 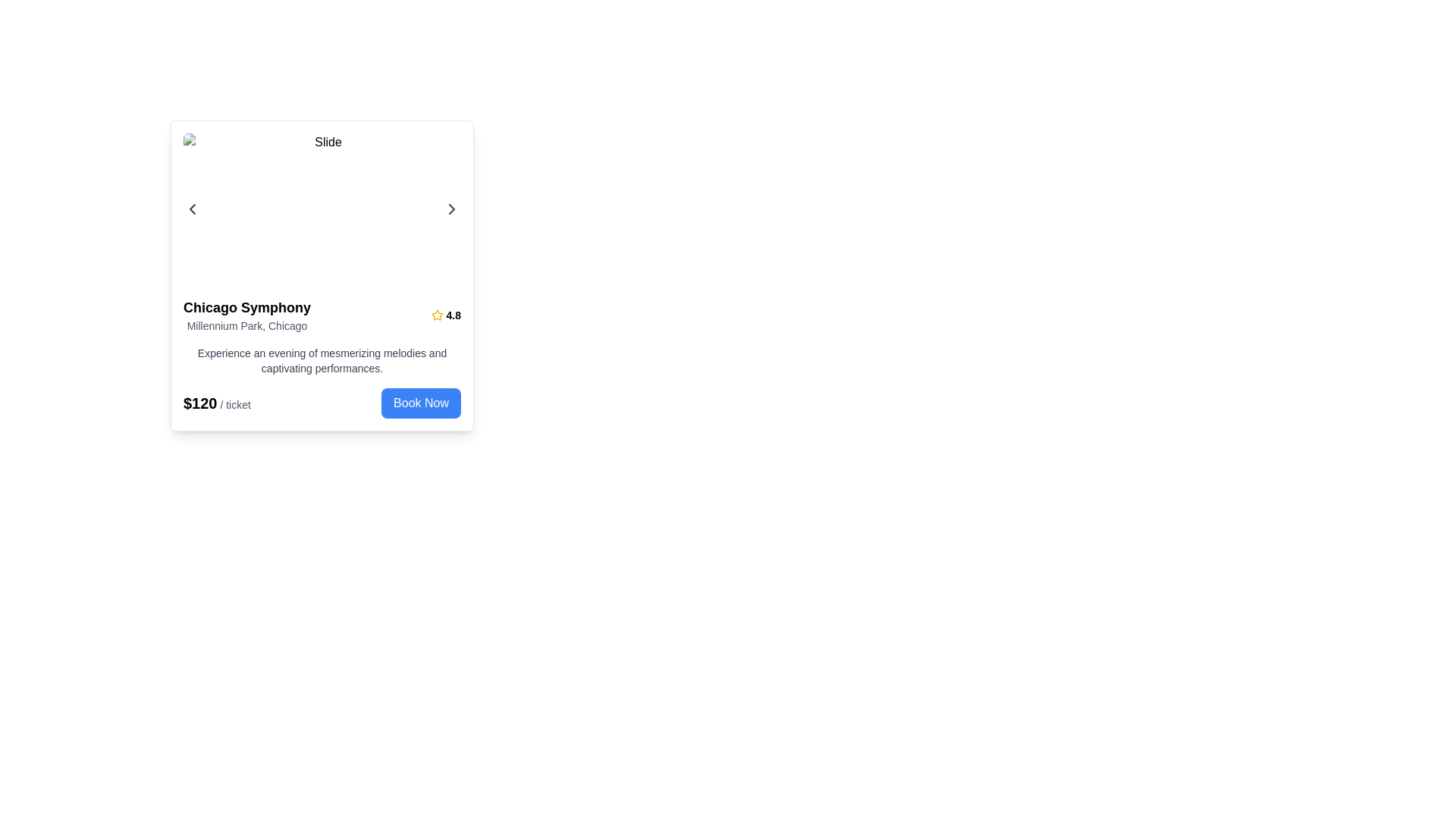 What do you see at coordinates (450, 209) in the screenshot?
I see `the small rightward-pointing chevron icon button styled in dark gray, located at the far-right side of a card component` at bounding box center [450, 209].